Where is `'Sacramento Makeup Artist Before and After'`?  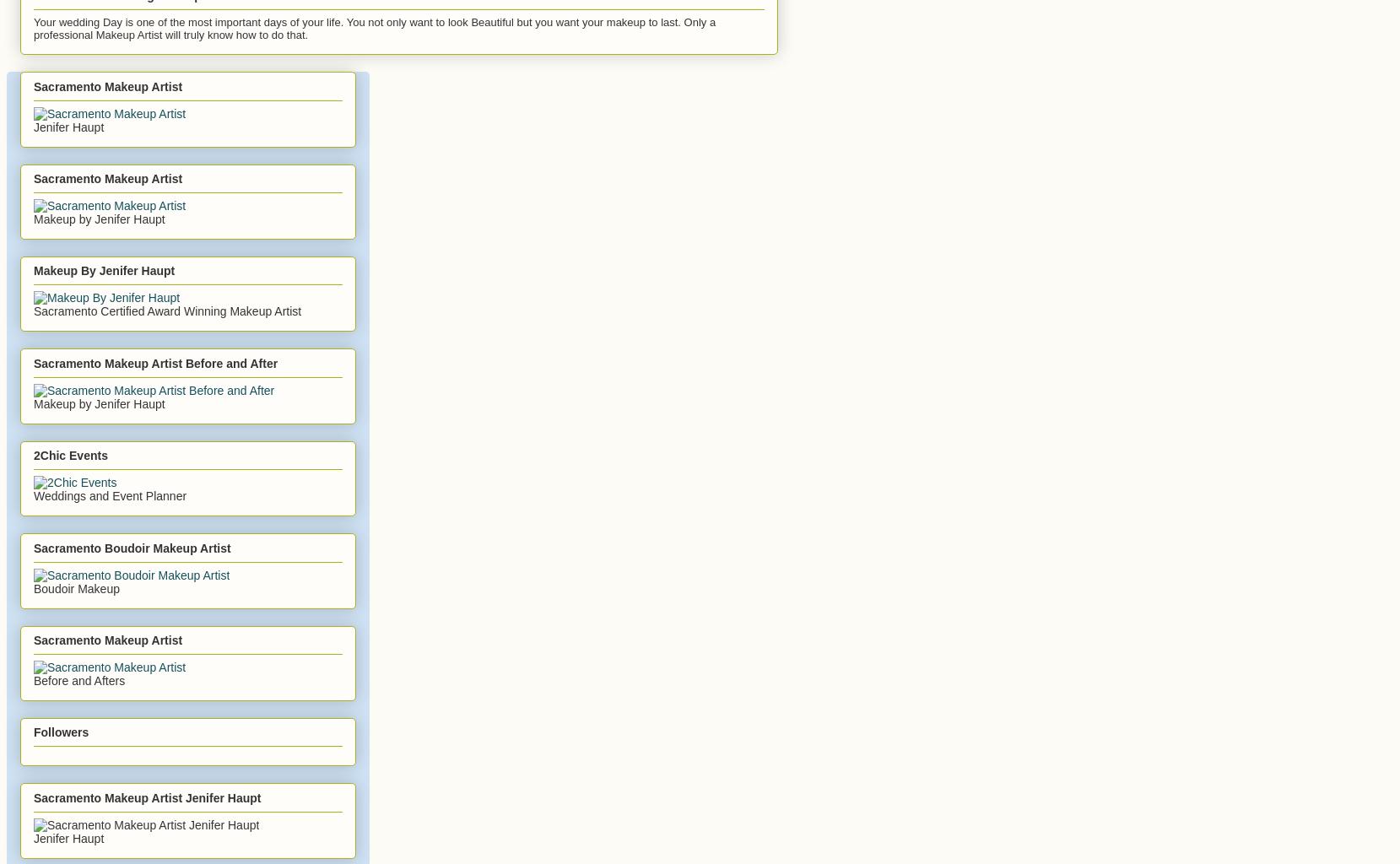 'Sacramento Makeup Artist Before and After' is located at coordinates (32, 362).